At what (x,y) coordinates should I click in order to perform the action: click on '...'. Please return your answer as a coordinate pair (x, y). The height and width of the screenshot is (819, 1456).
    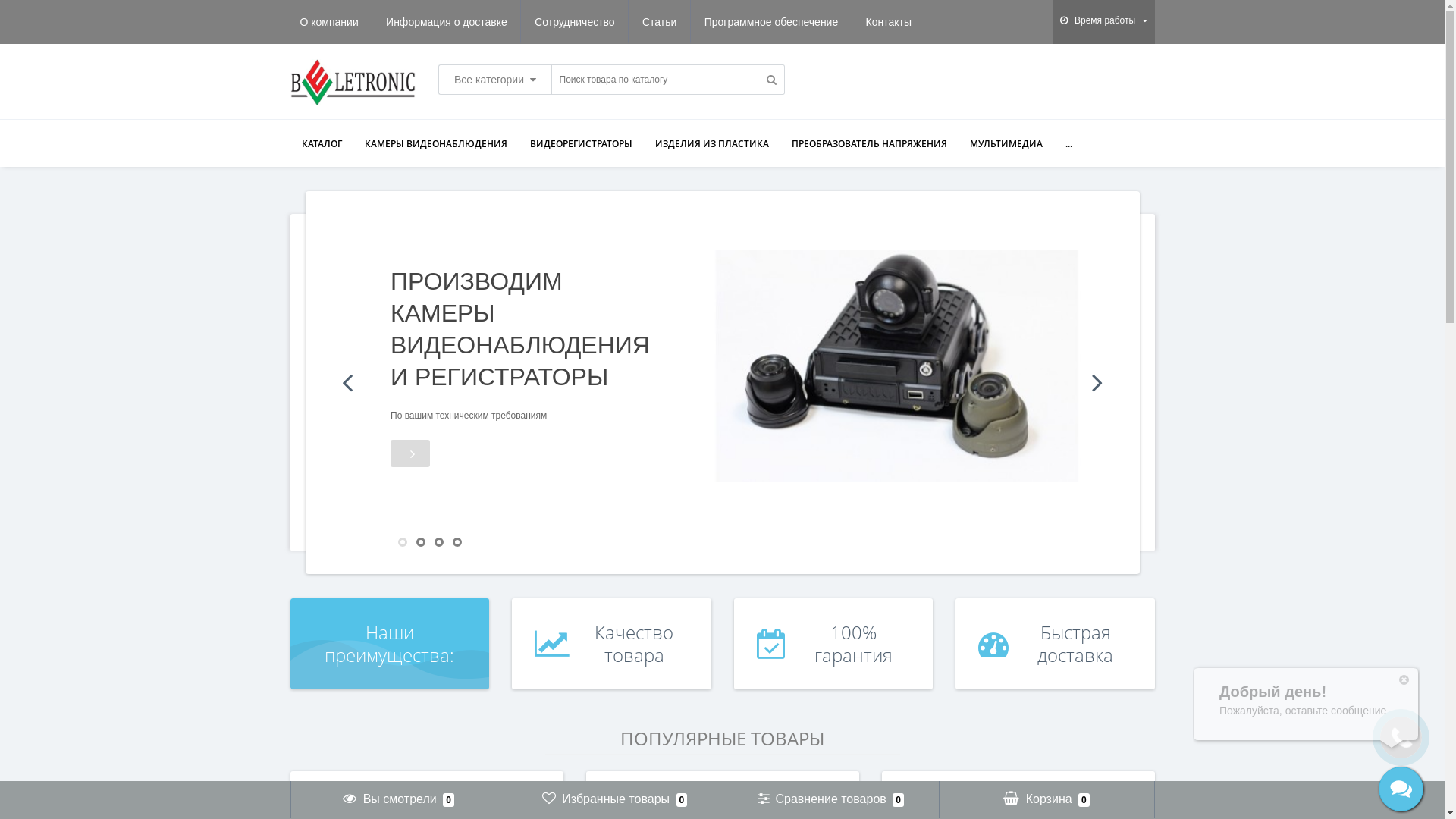
    Looking at the image, I should click on (1068, 143).